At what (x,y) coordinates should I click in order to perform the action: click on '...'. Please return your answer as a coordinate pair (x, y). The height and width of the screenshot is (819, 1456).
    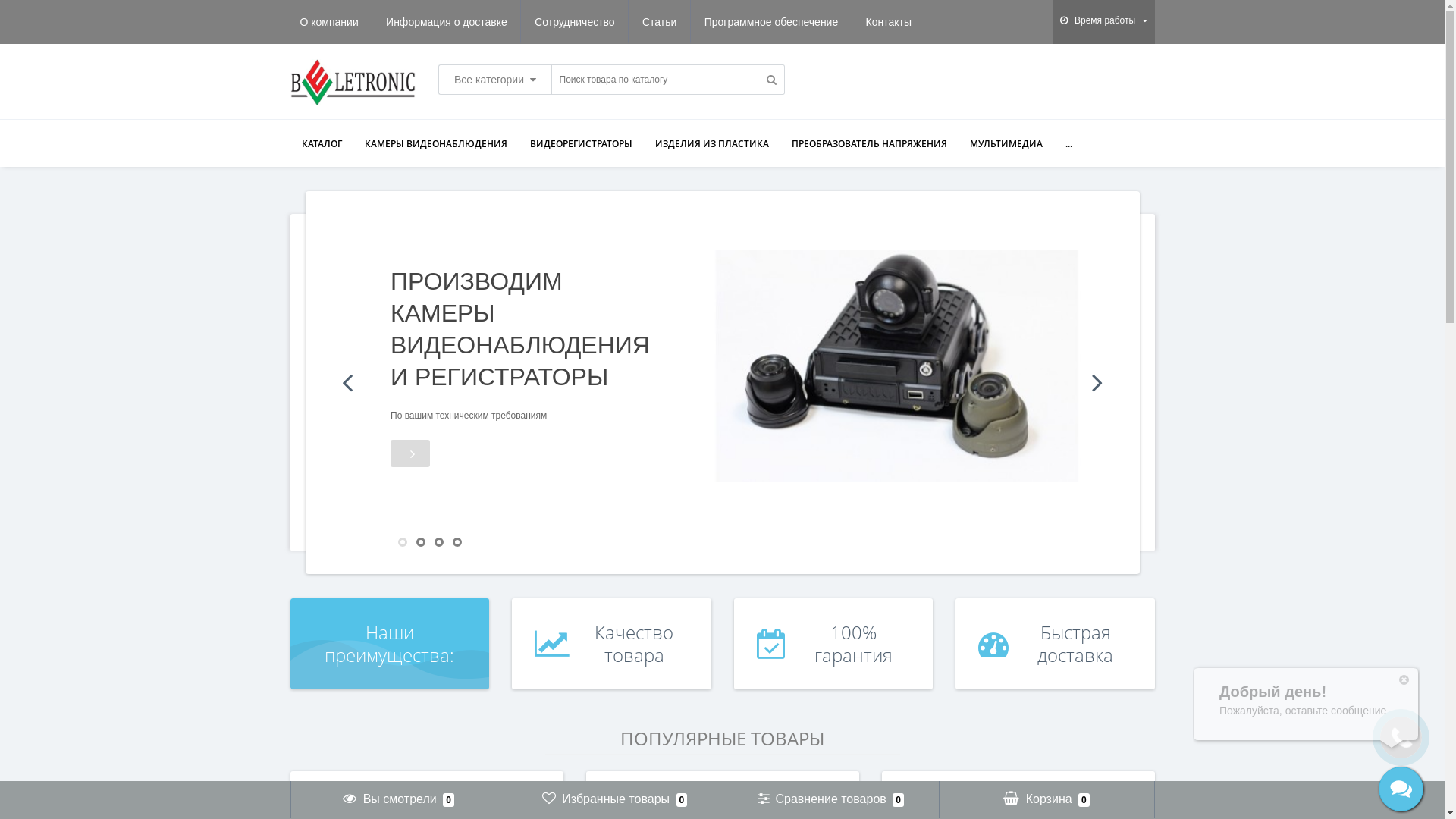
    Looking at the image, I should click on (1068, 143).